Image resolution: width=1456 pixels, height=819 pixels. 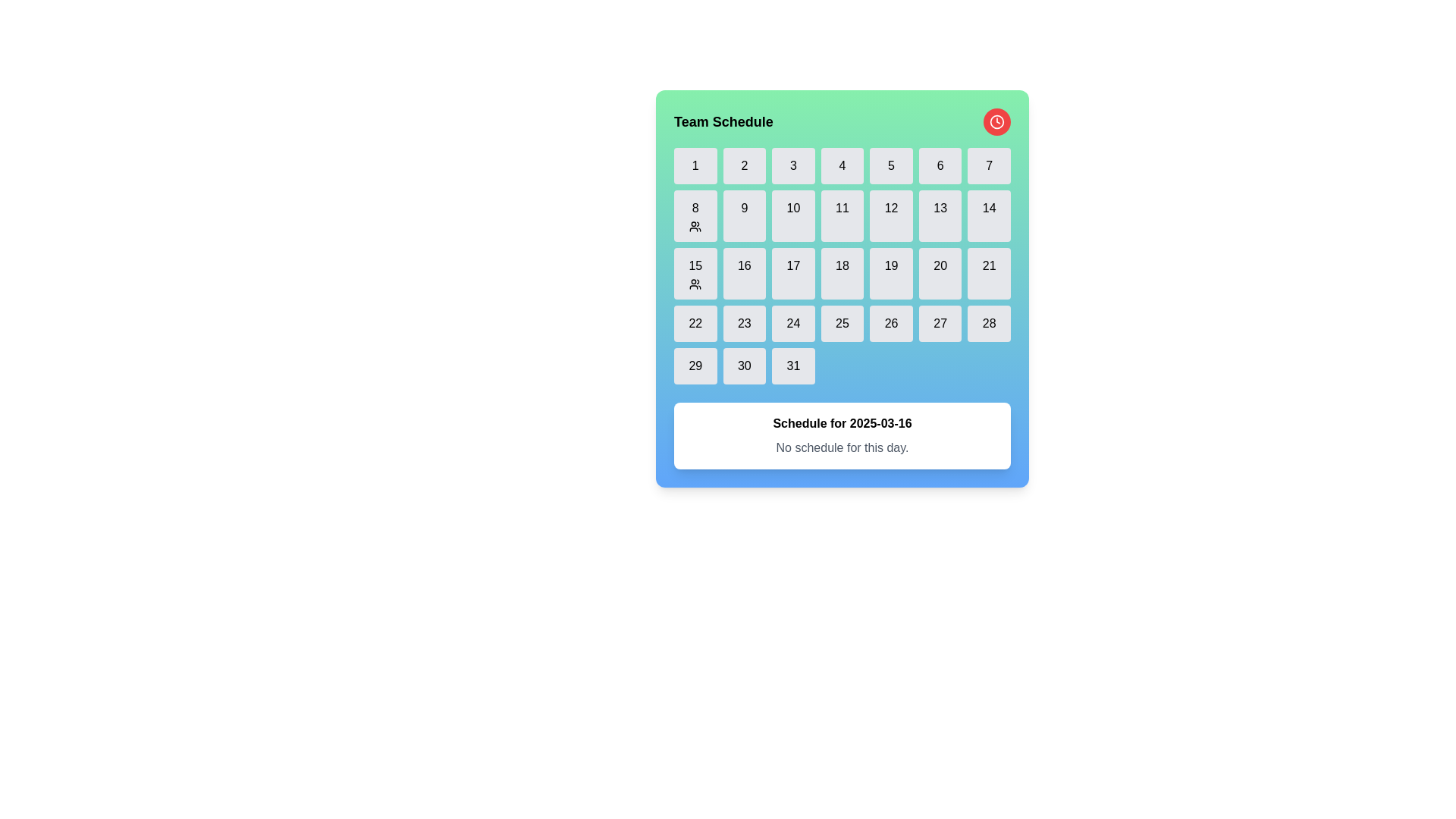 I want to click on the static heading text label that introduces the section for scheduling tasks or events, located in the top-left corner of the green header area, so click(x=723, y=121).